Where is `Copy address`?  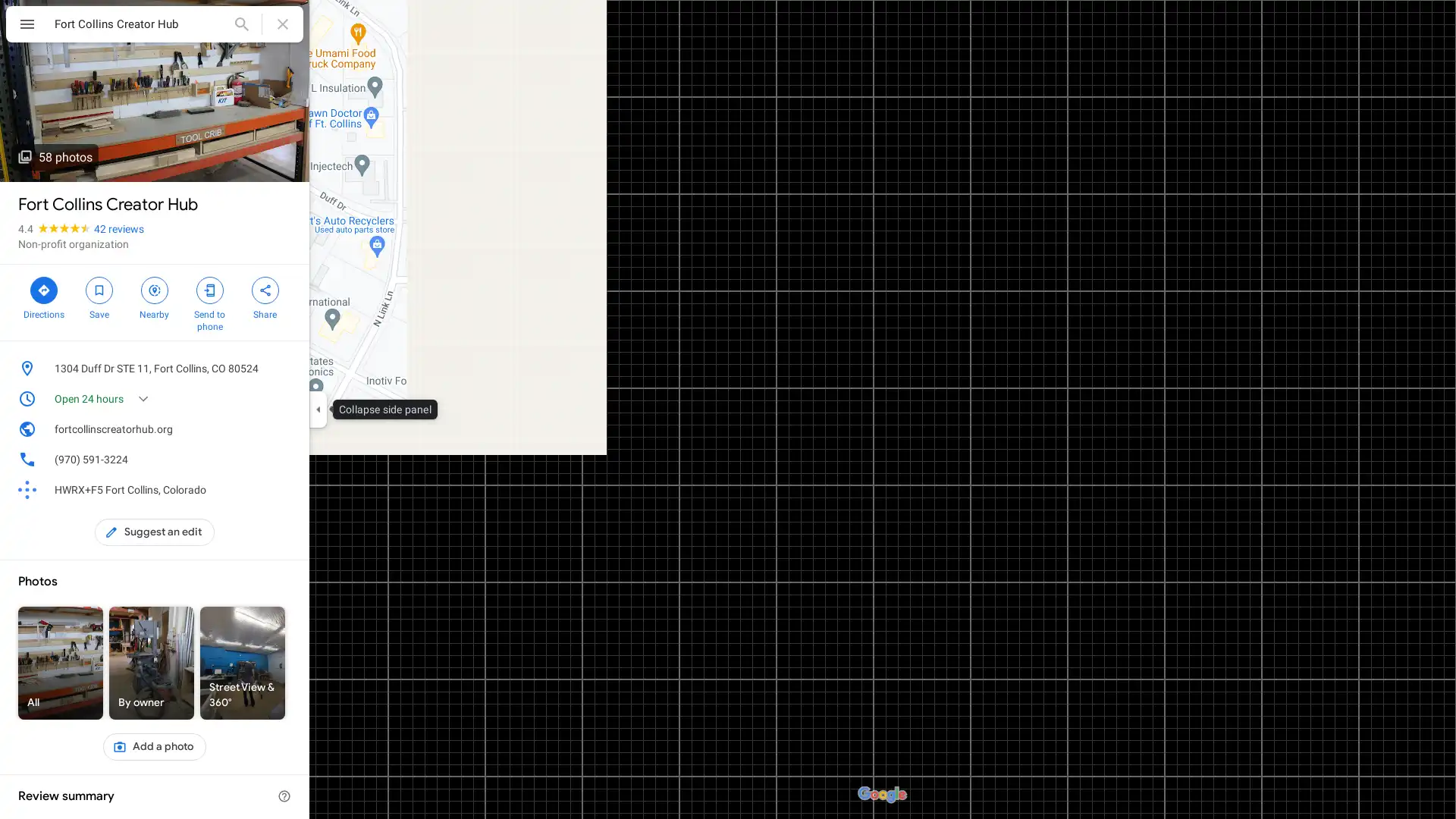
Copy address is located at coordinates (284, 369).